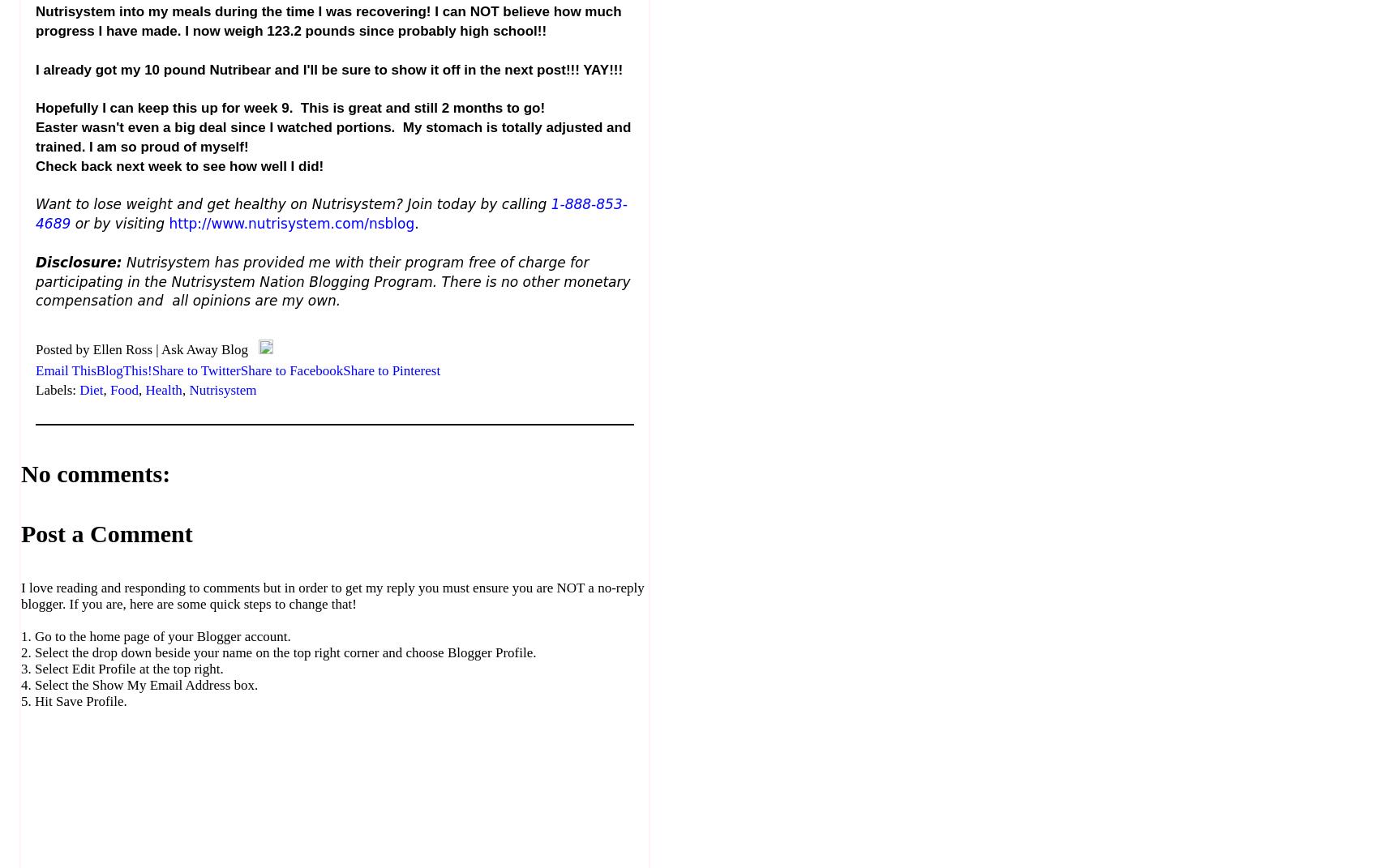  What do you see at coordinates (74, 701) in the screenshot?
I see `'5. Hit Save Profile.'` at bounding box center [74, 701].